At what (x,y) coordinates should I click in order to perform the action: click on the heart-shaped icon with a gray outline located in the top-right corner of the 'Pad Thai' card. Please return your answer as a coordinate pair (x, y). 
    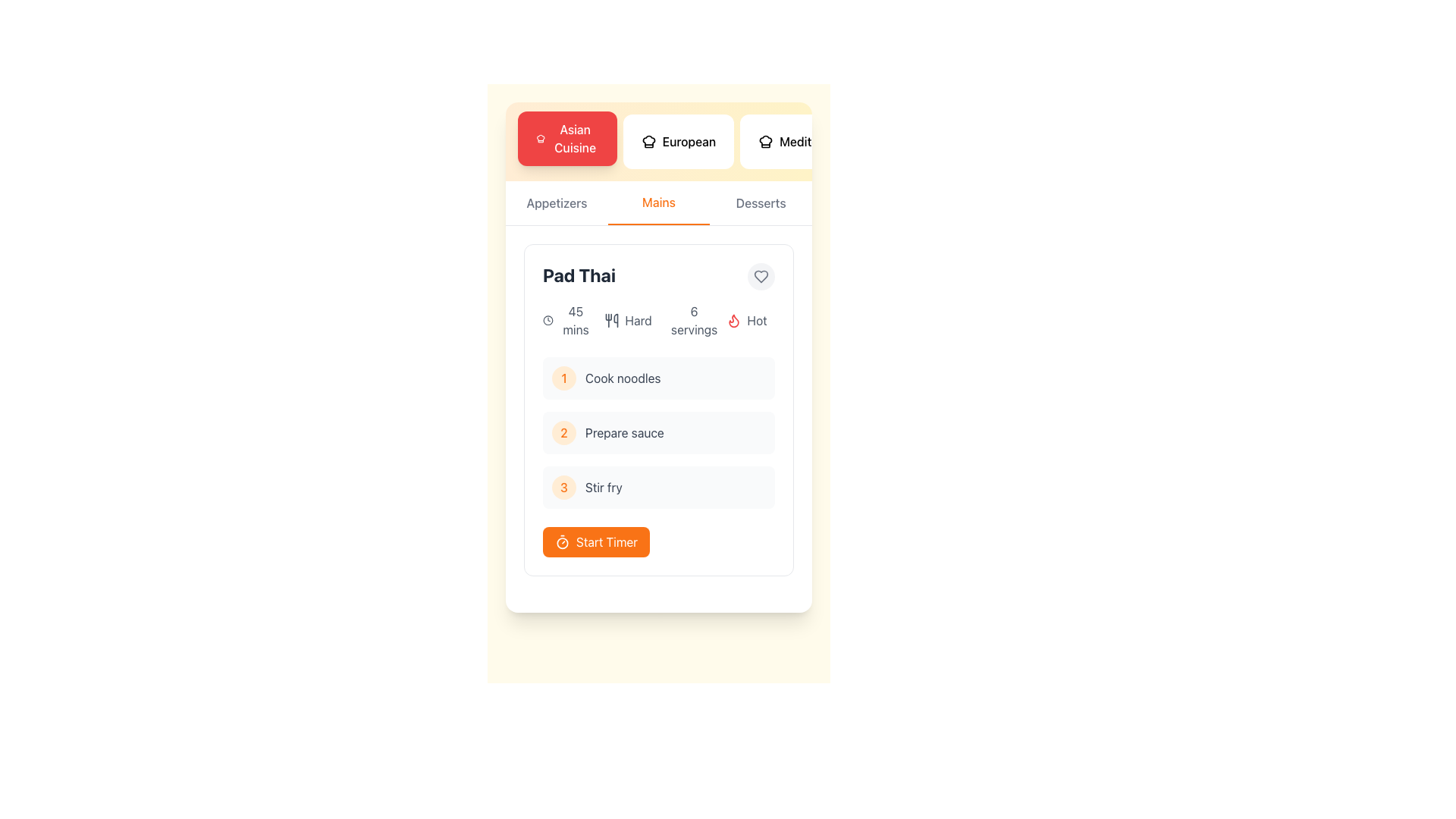
    Looking at the image, I should click on (761, 277).